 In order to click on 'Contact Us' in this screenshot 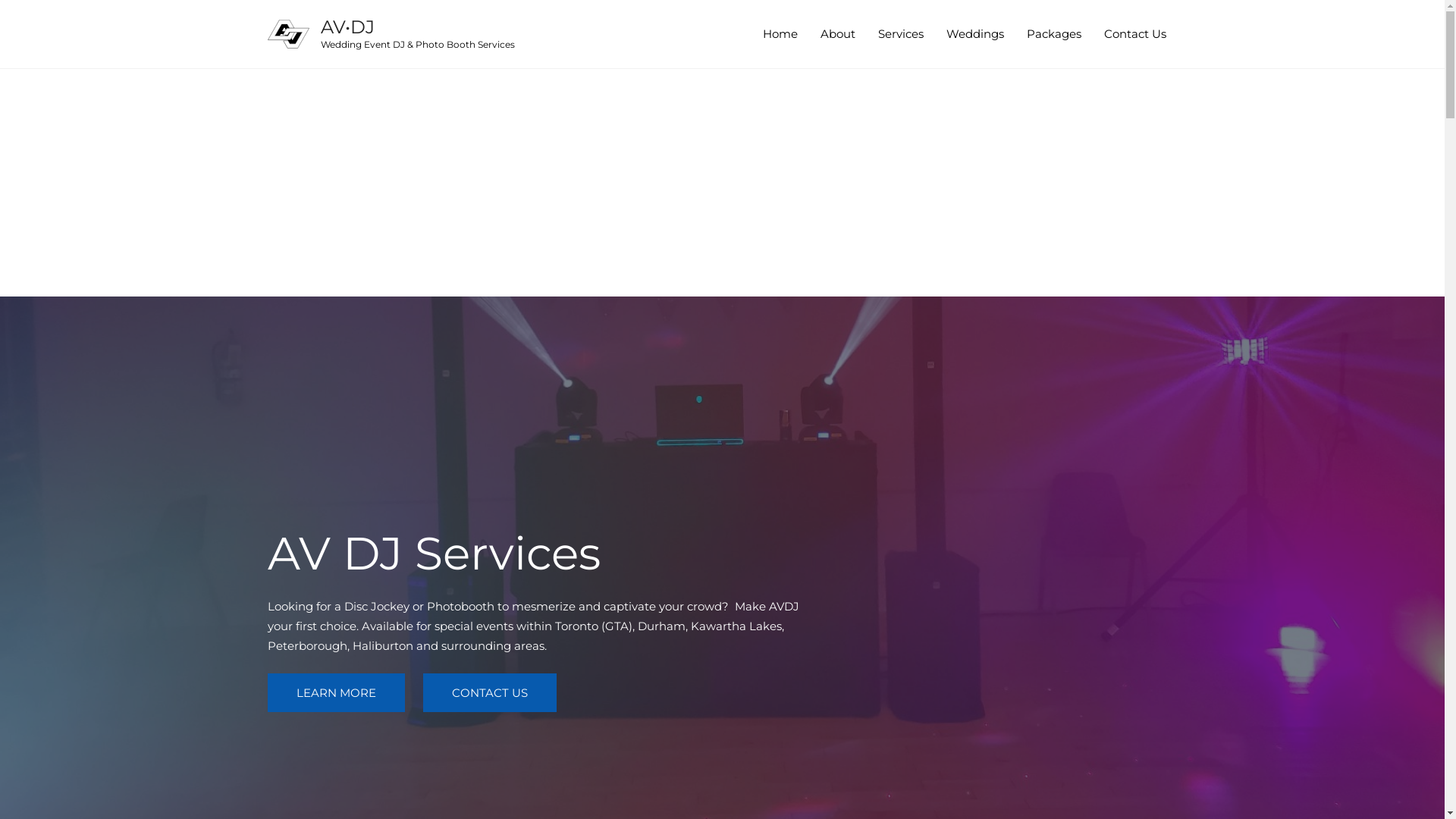, I will do `click(1134, 34)`.